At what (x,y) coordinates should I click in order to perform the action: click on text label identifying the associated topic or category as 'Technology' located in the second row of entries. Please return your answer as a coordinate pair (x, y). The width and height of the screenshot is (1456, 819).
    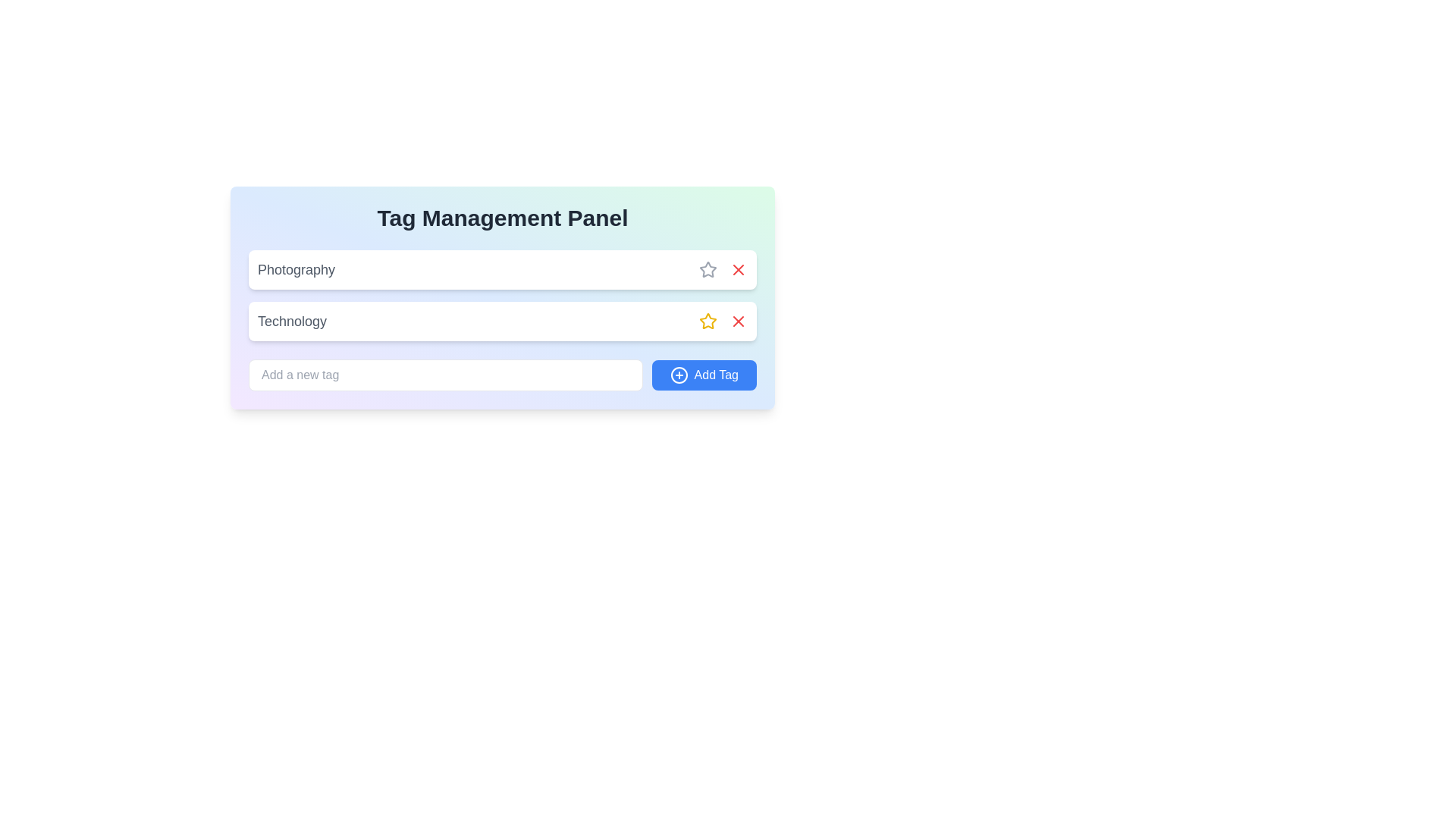
    Looking at the image, I should click on (292, 321).